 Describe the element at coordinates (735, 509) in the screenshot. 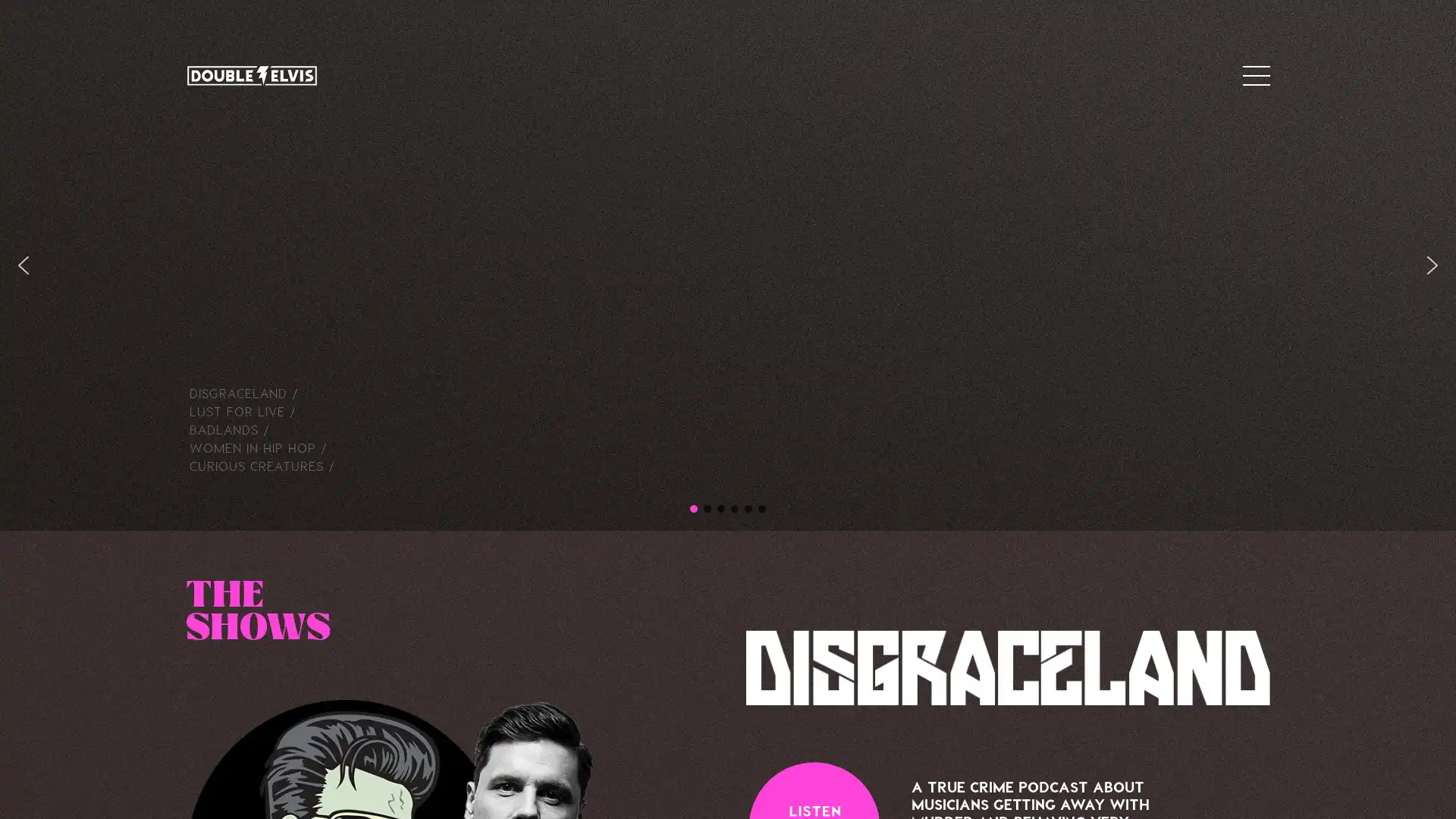

I see `Badlands hero` at that location.